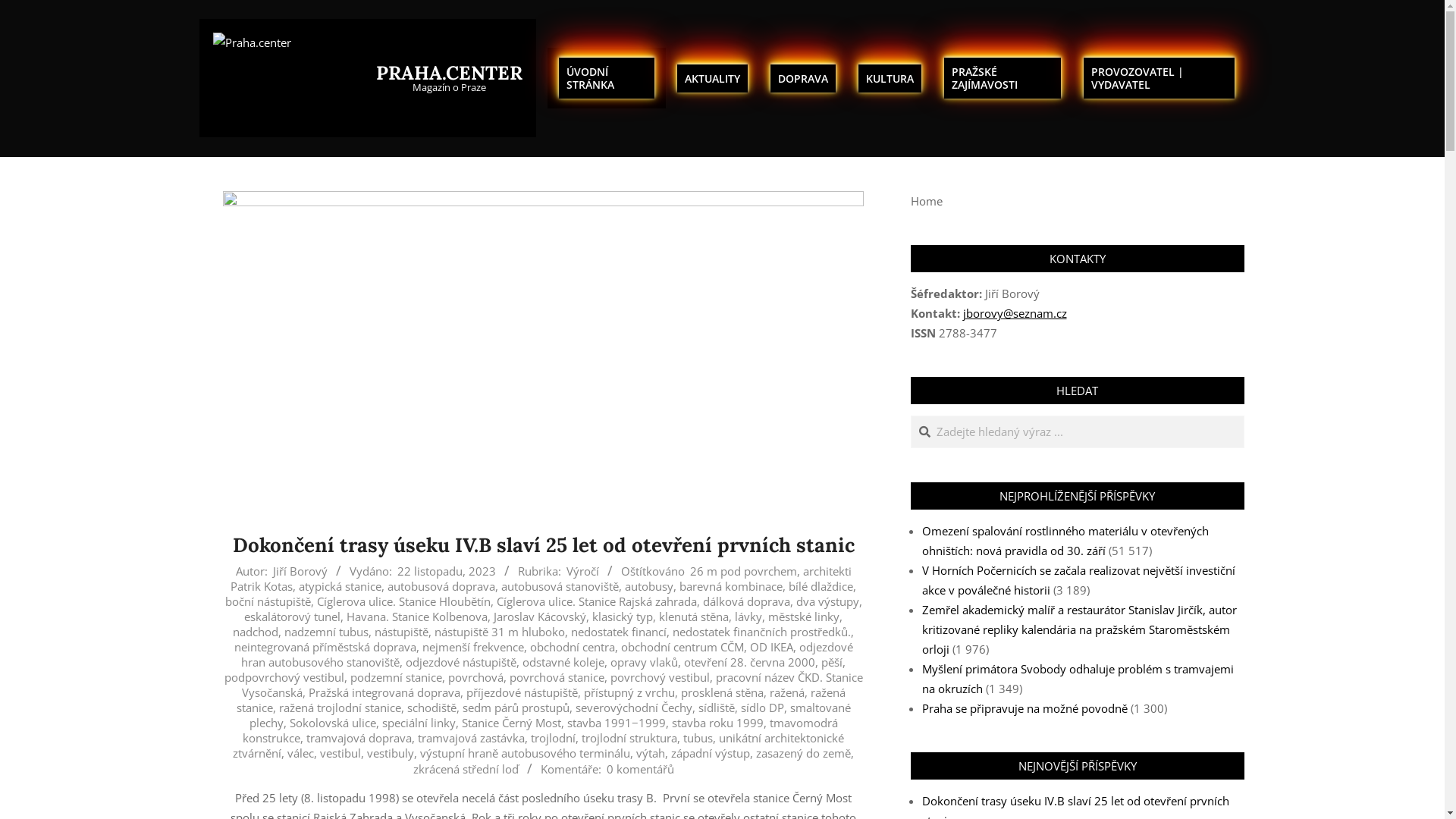  I want to click on 'jborovy@seznam.cz', so click(1015, 312).